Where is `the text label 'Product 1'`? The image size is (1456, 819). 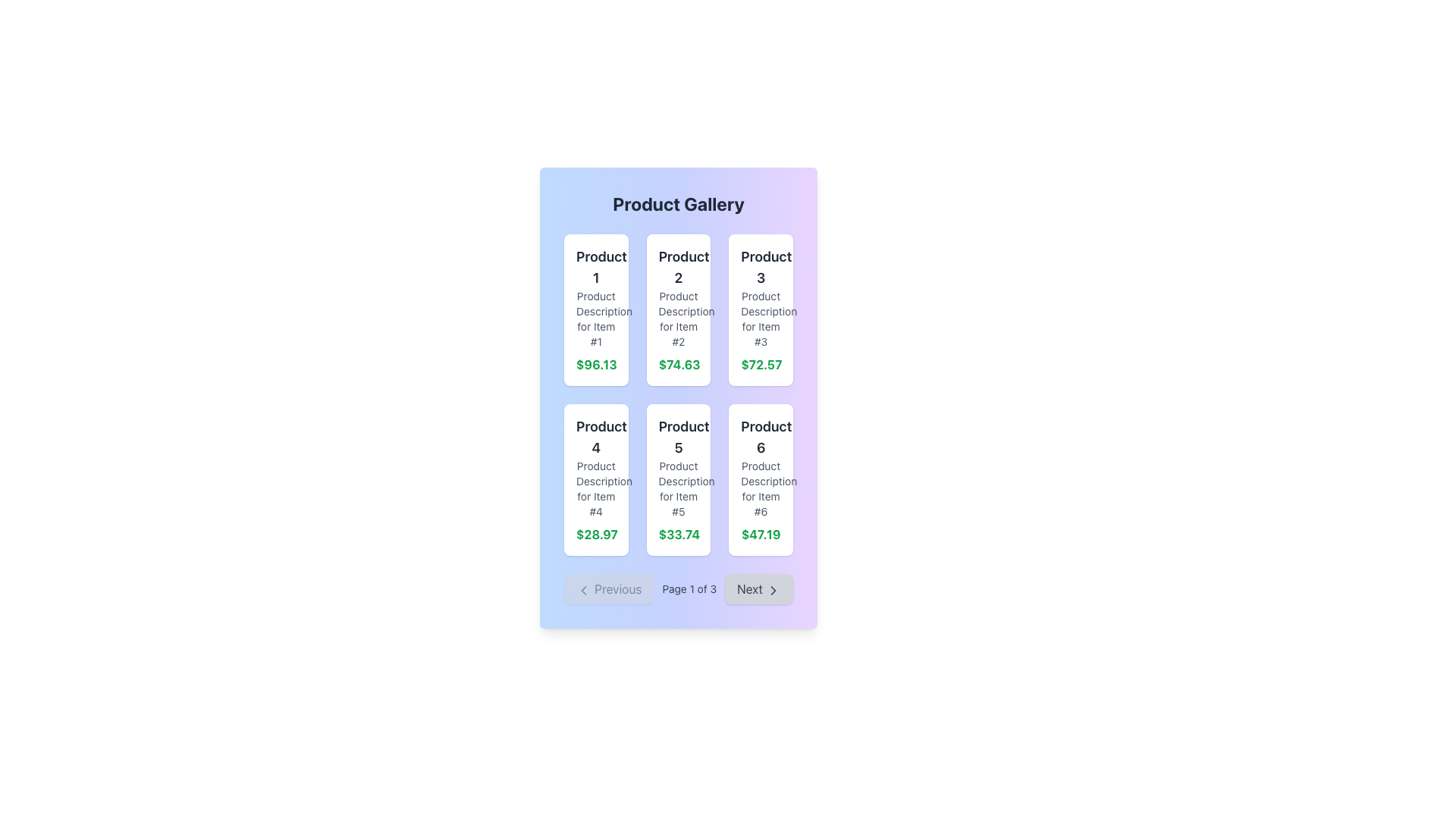
the text label 'Product 1' is located at coordinates (595, 267).